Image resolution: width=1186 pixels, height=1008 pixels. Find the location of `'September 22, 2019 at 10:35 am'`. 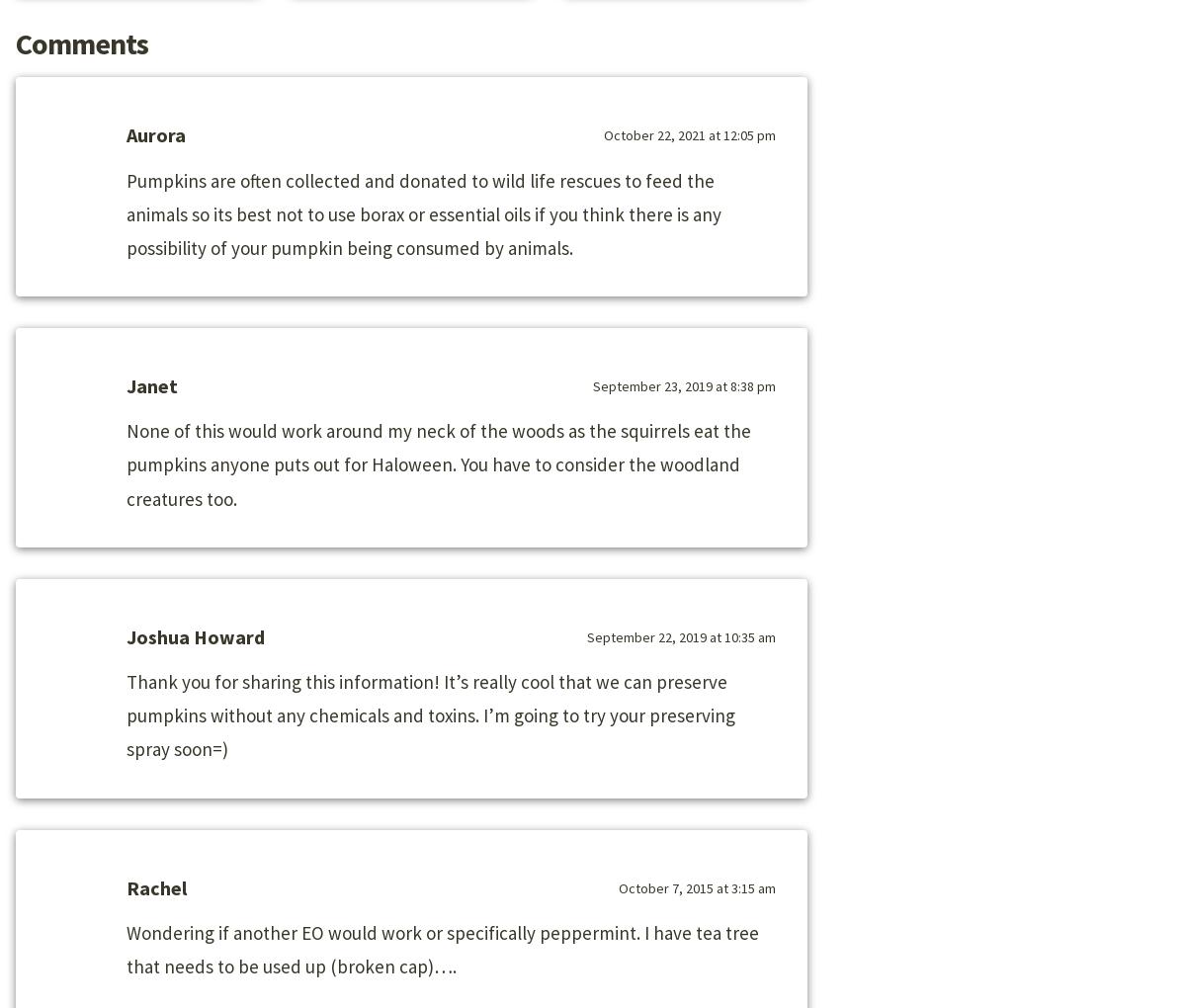

'September 22, 2019 at 10:35 am' is located at coordinates (681, 636).